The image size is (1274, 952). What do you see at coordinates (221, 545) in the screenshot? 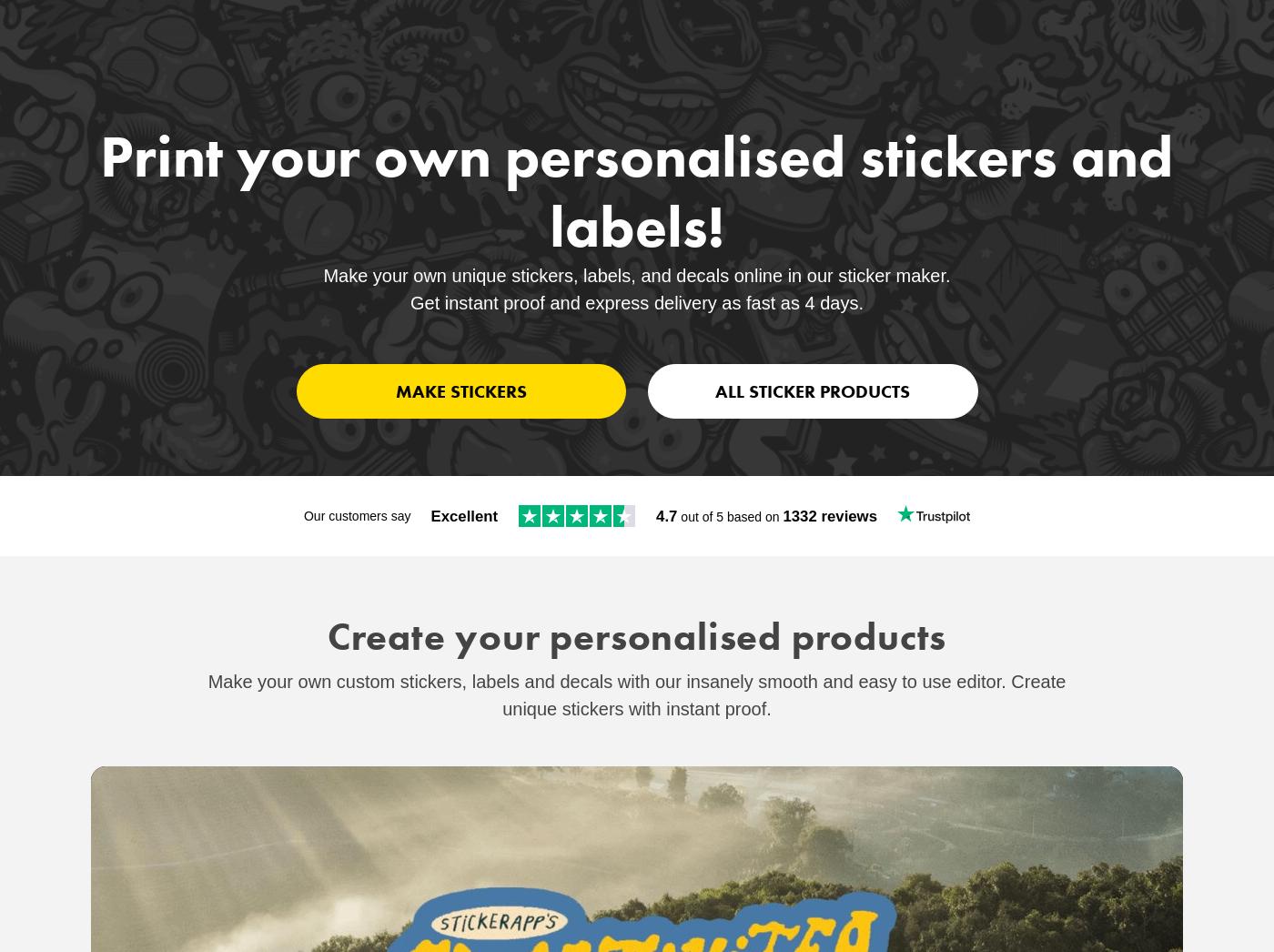
I see `'Best-seller'` at bounding box center [221, 545].